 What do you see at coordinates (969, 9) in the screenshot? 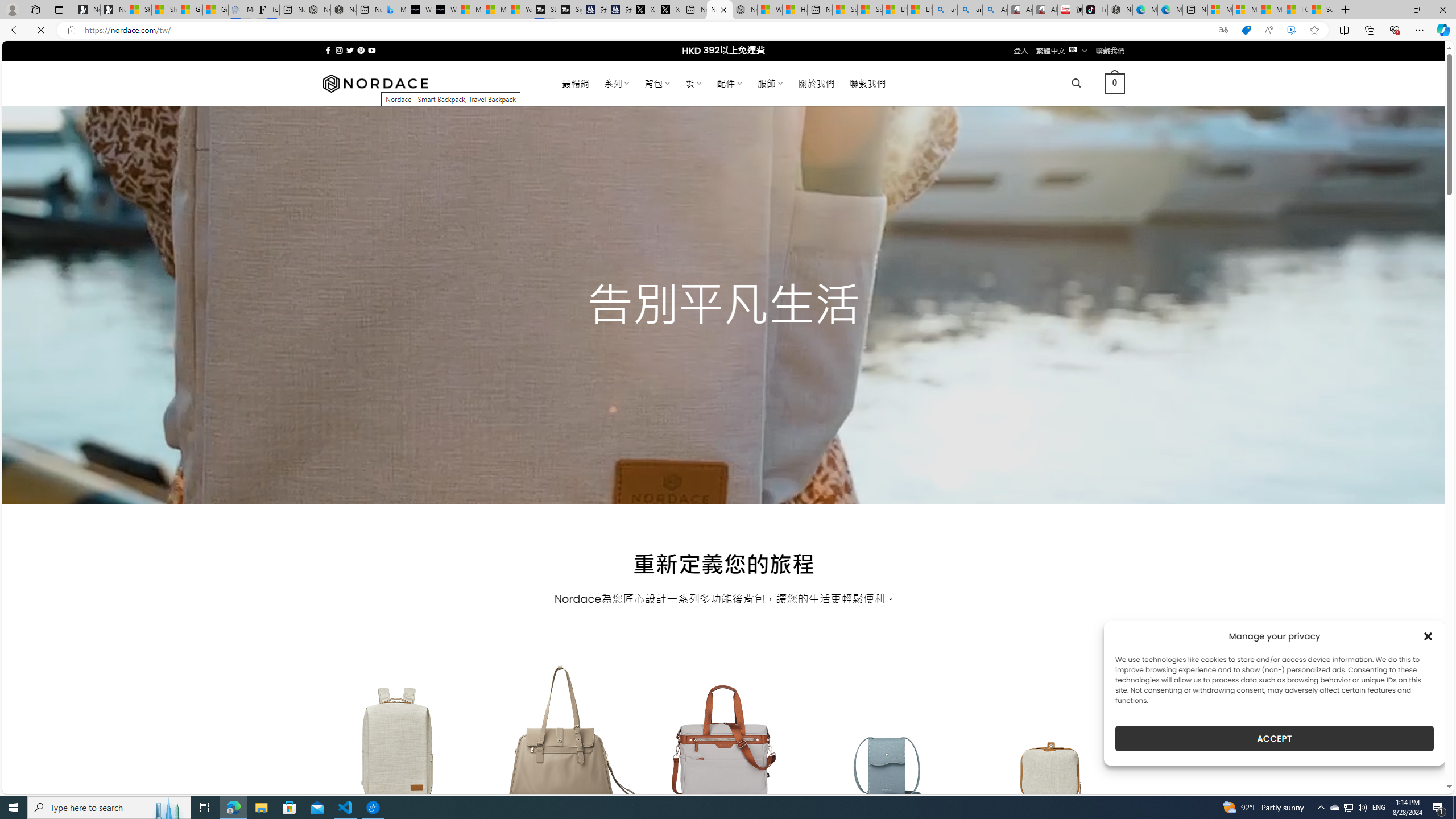
I see `'amazon - Search Images'` at bounding box center [969, 9].